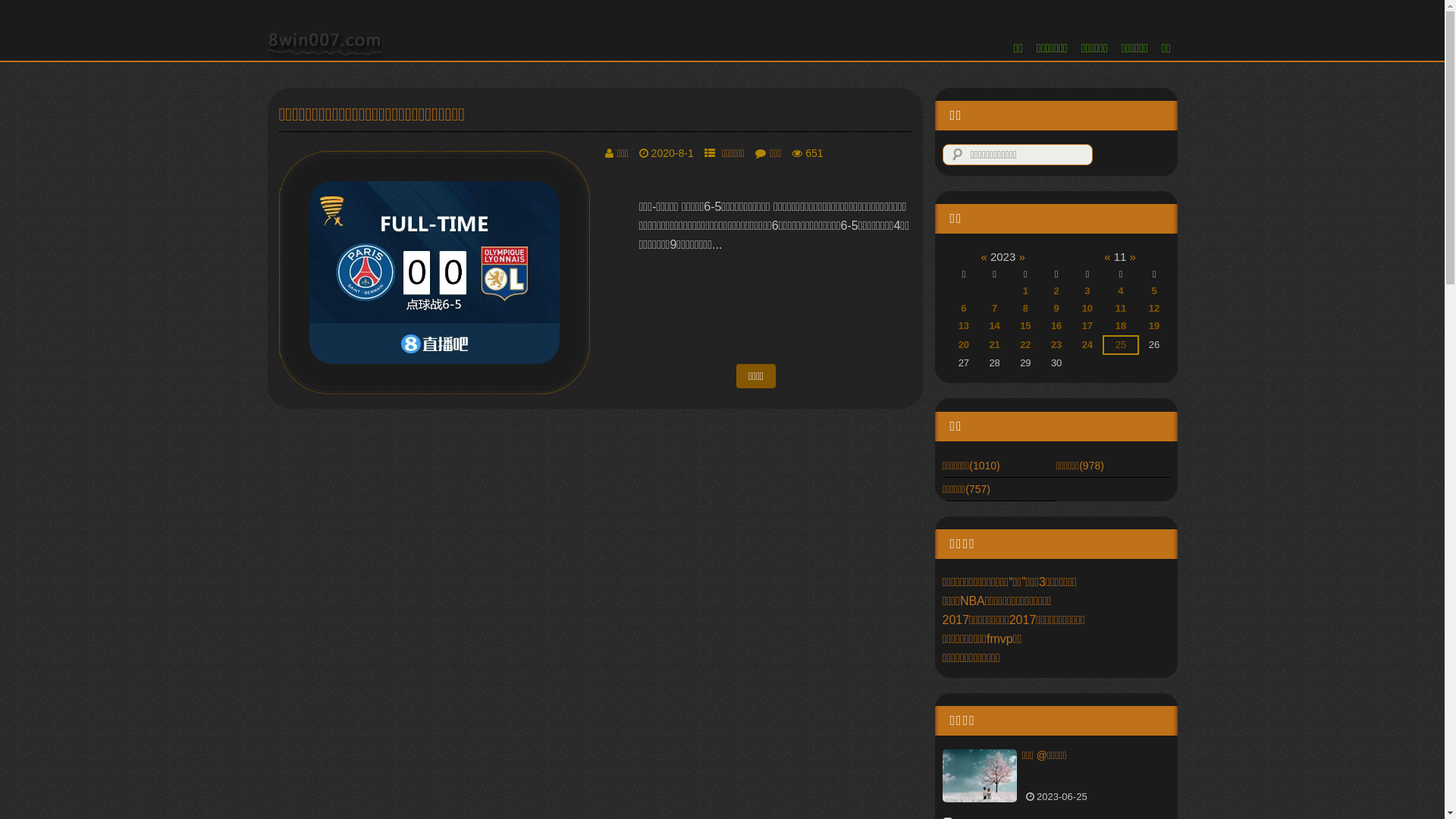 The height and width of the screenshot is (819, 1456). Describe the element at coordinates (1056, 290) in the screenshot. I see `'2'` at that location.